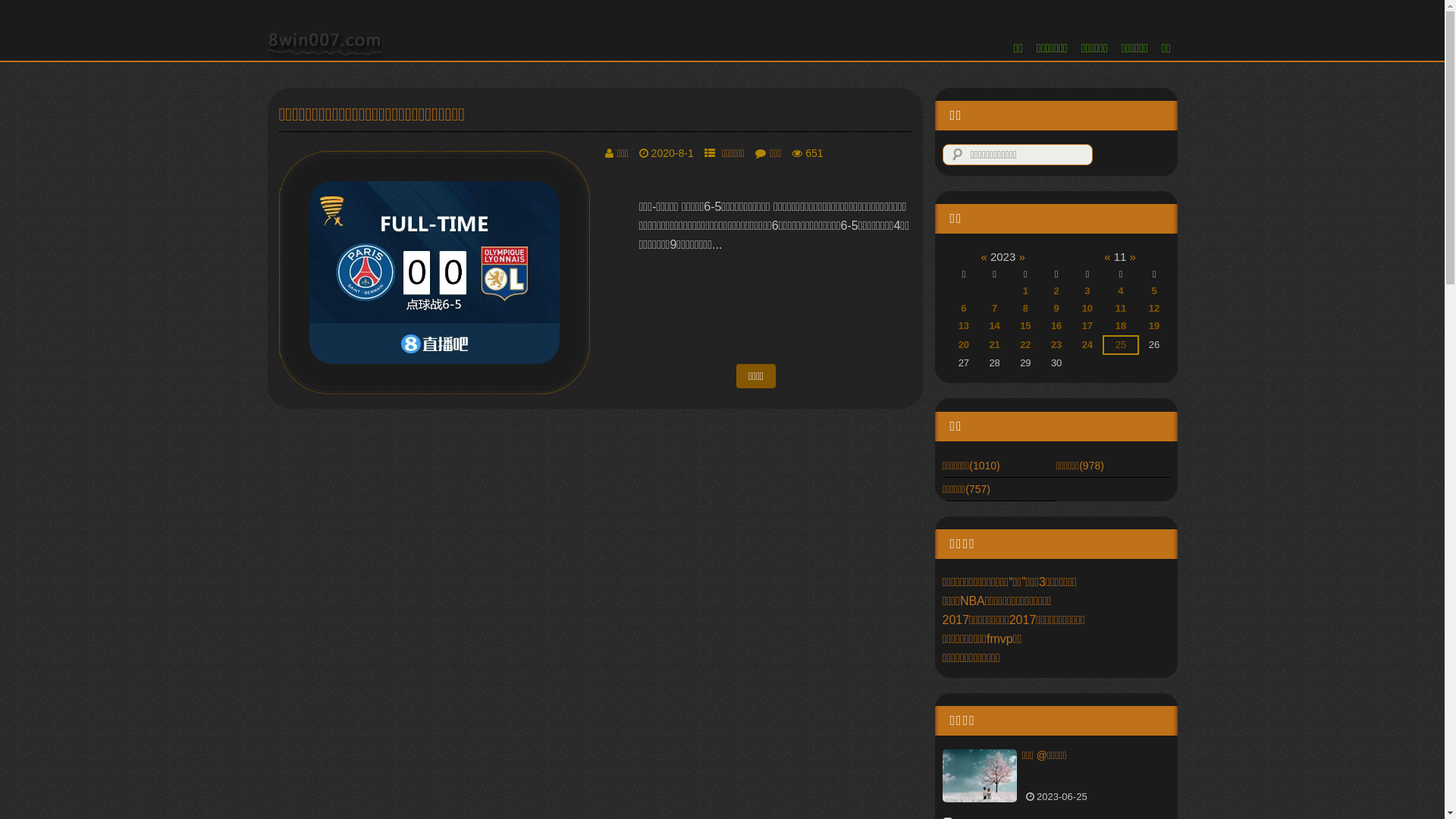 The height and width of the screenshot is (819, 1456). Describe the element at coordinates (1056, 290) in the screenshot. I see `'2'` at that location.